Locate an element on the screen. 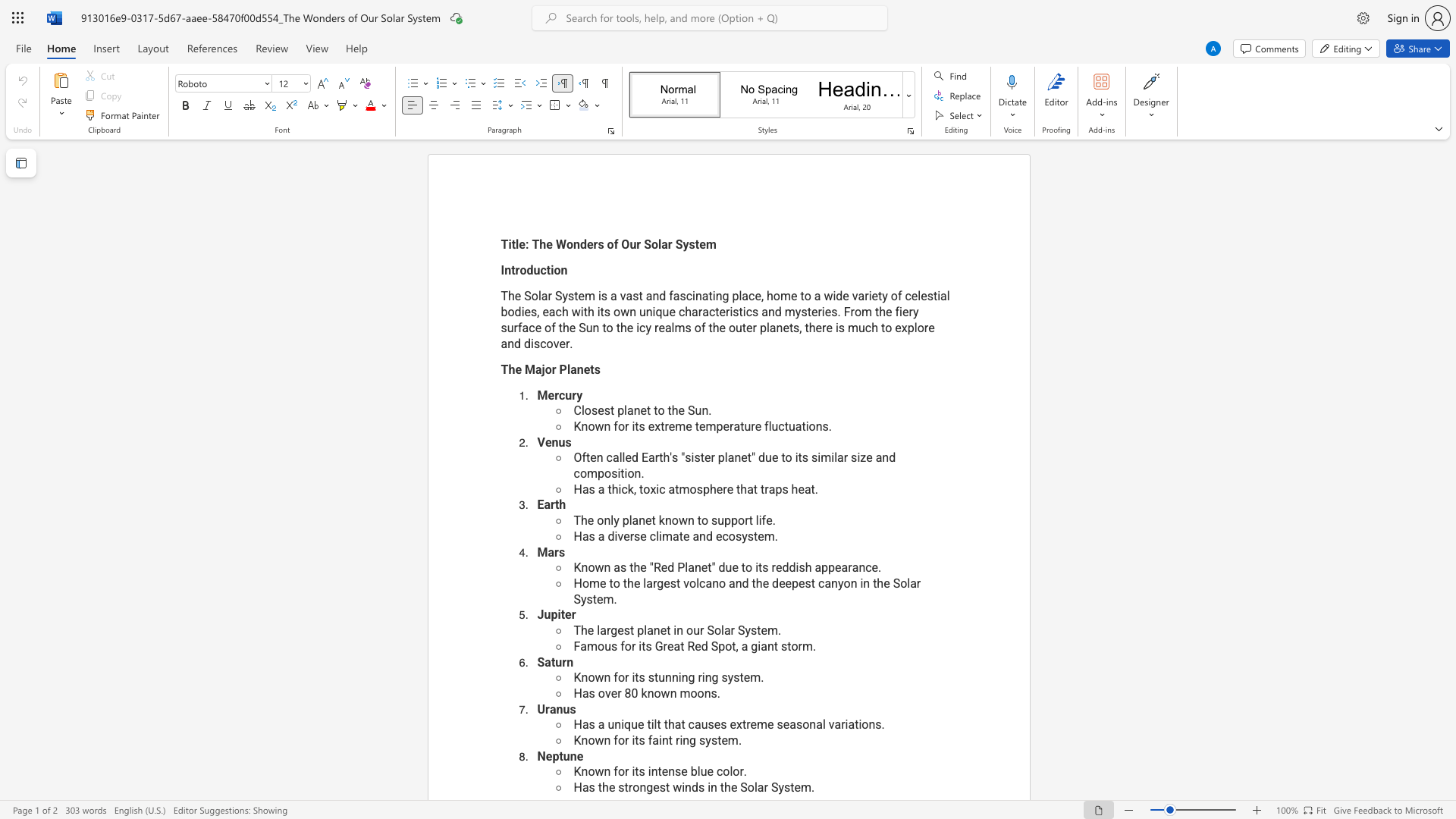  the space between the continuous character "a" and "n" in the text is located at coordinates (633, 410).